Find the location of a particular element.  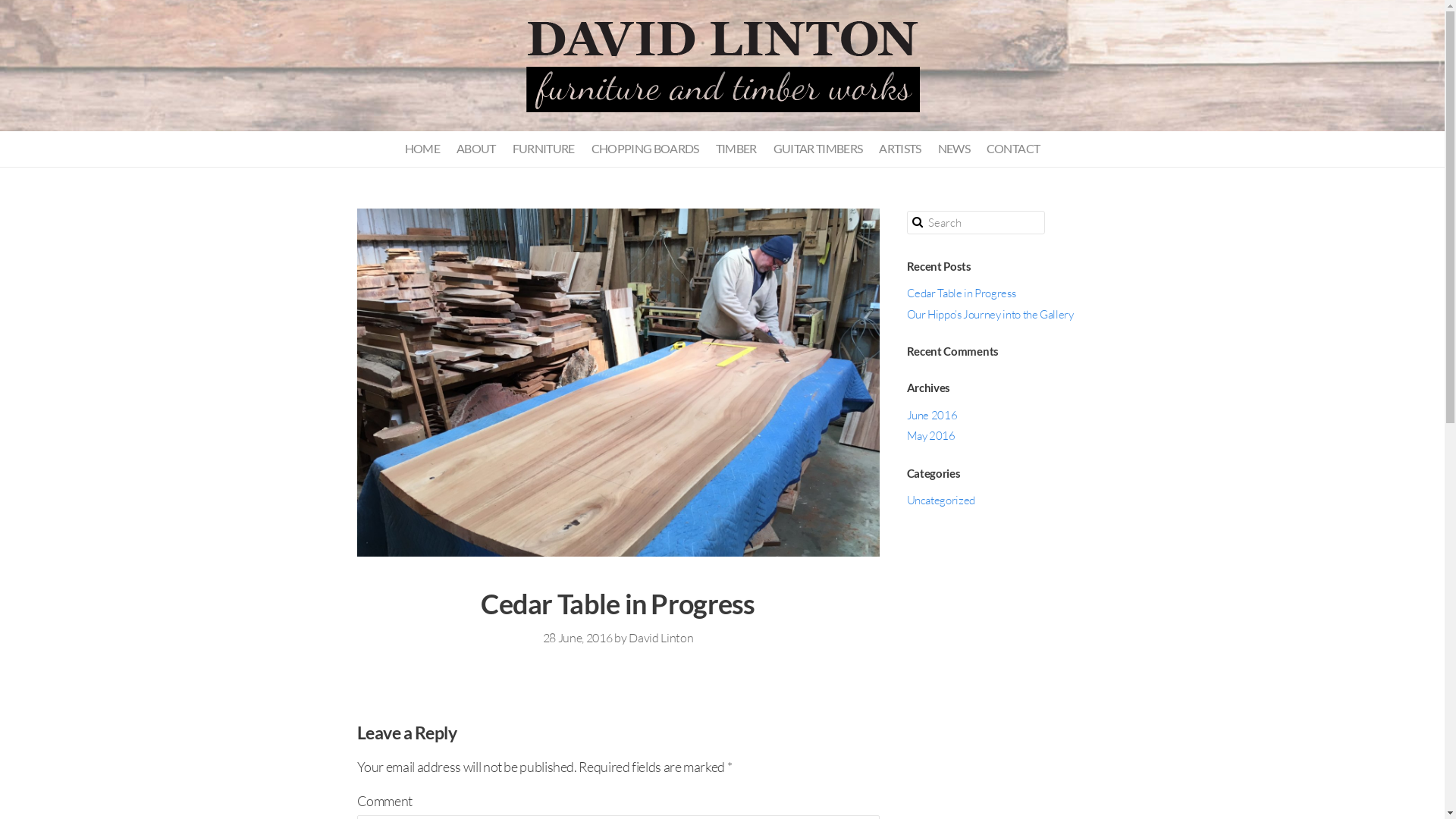

'TIMBER' is located at coordinates (736, 149).